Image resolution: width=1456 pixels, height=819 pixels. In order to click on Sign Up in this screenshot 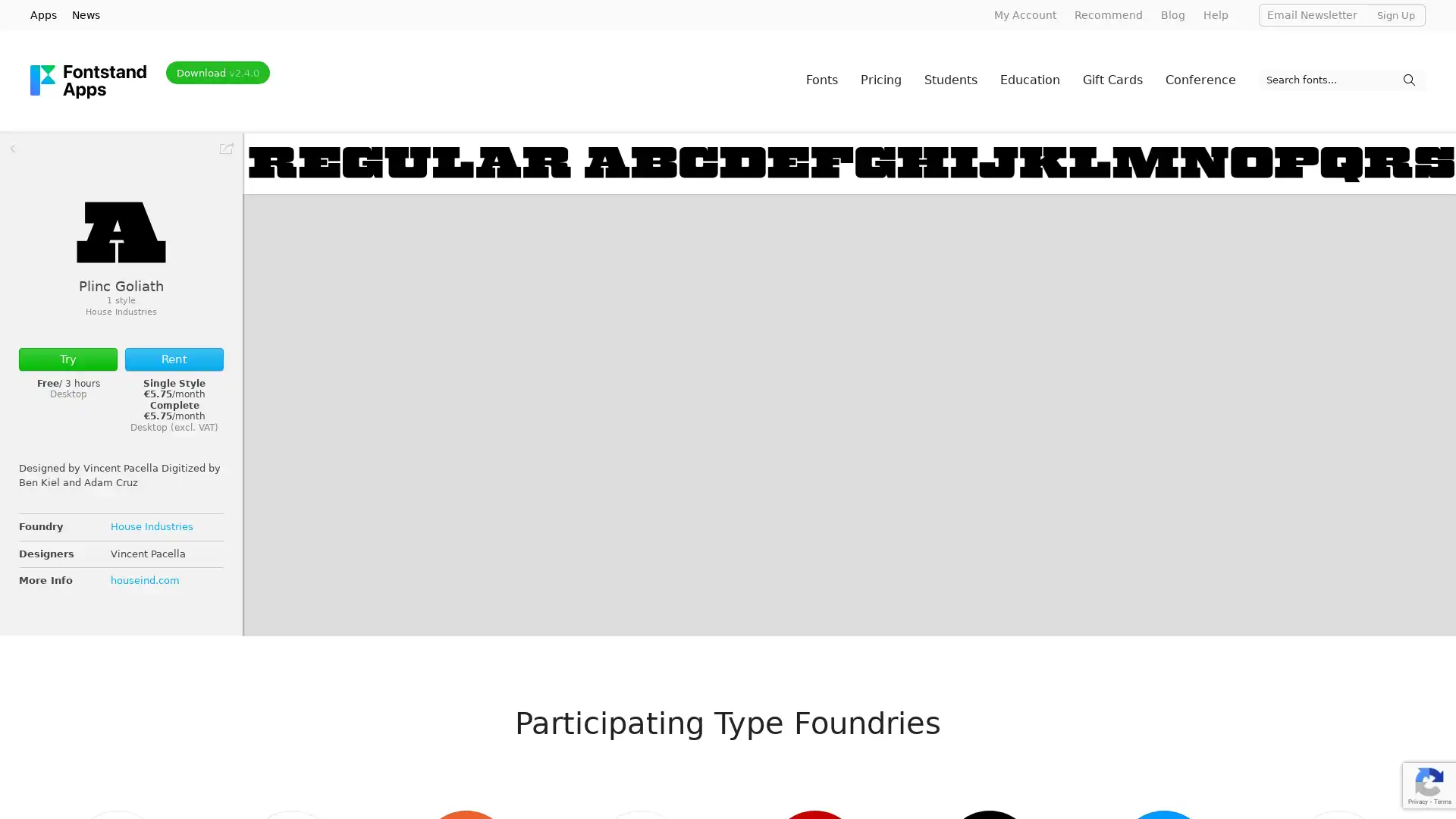, I will do `click(1395, 14)`.